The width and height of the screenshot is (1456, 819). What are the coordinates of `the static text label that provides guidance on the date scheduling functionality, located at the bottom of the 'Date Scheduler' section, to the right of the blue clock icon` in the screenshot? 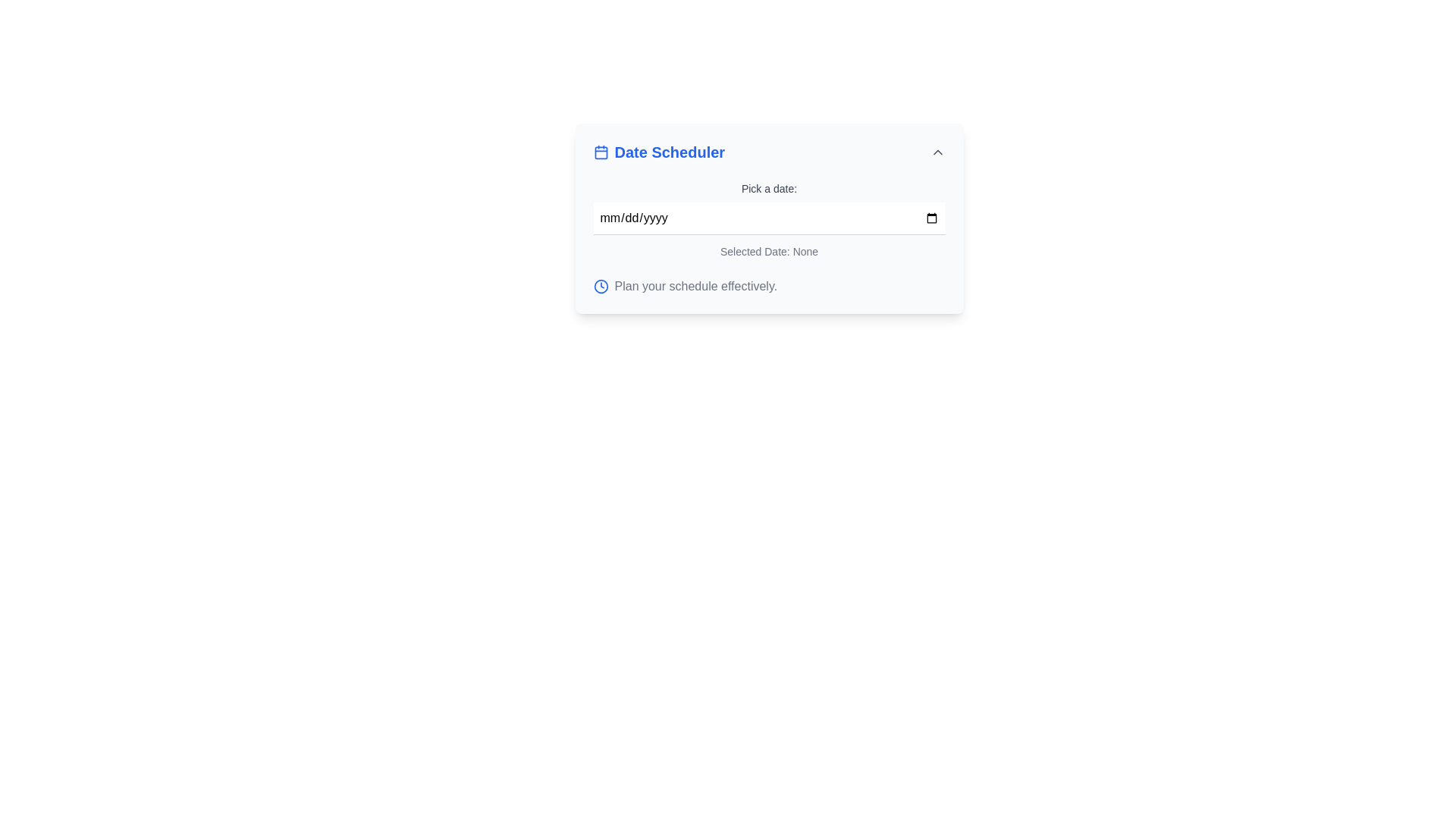 It's located at (695, 287).